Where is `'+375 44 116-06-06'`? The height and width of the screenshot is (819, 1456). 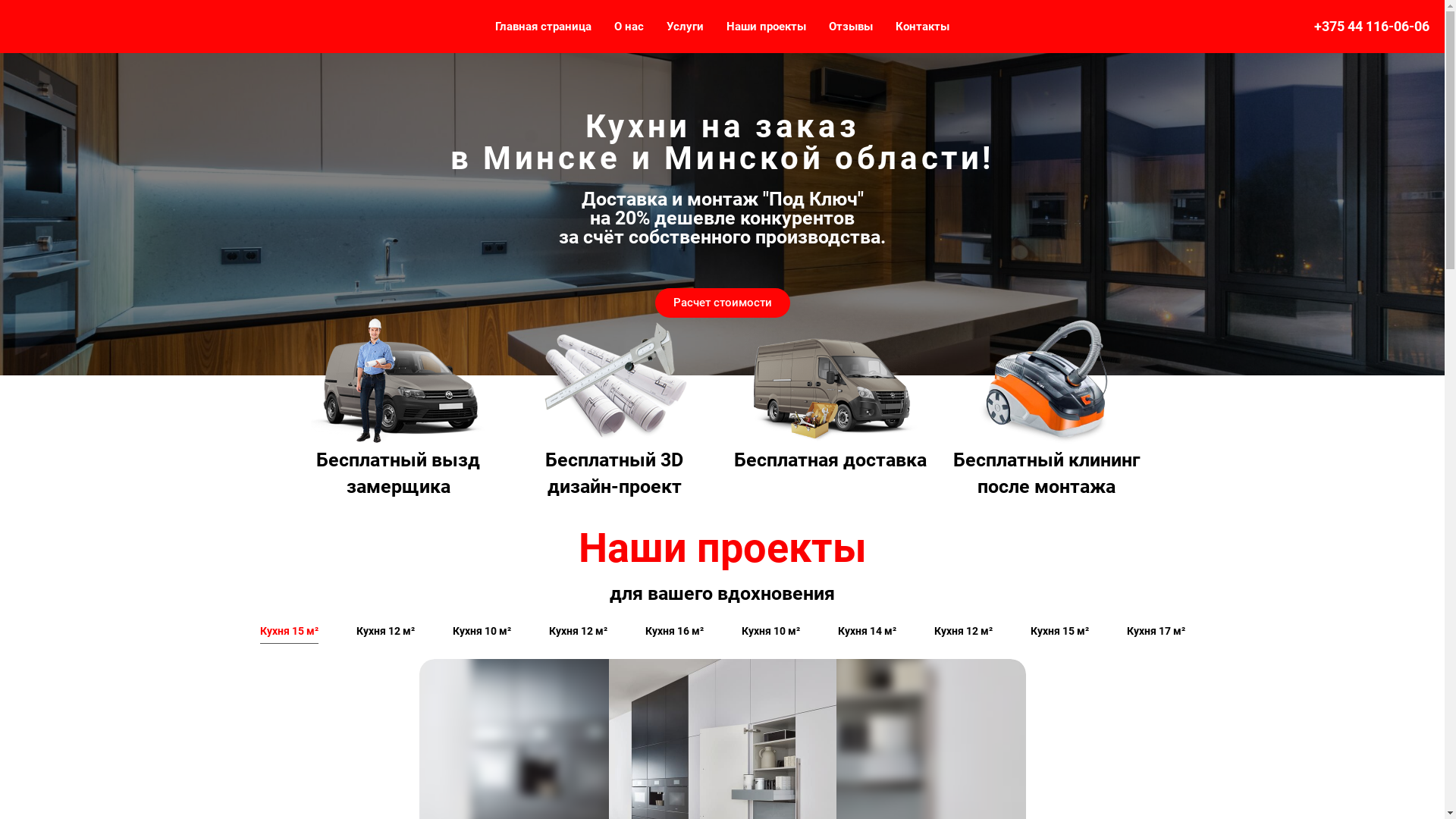
'+375 44 116-06-06' is located at coordinates (1372, 26).